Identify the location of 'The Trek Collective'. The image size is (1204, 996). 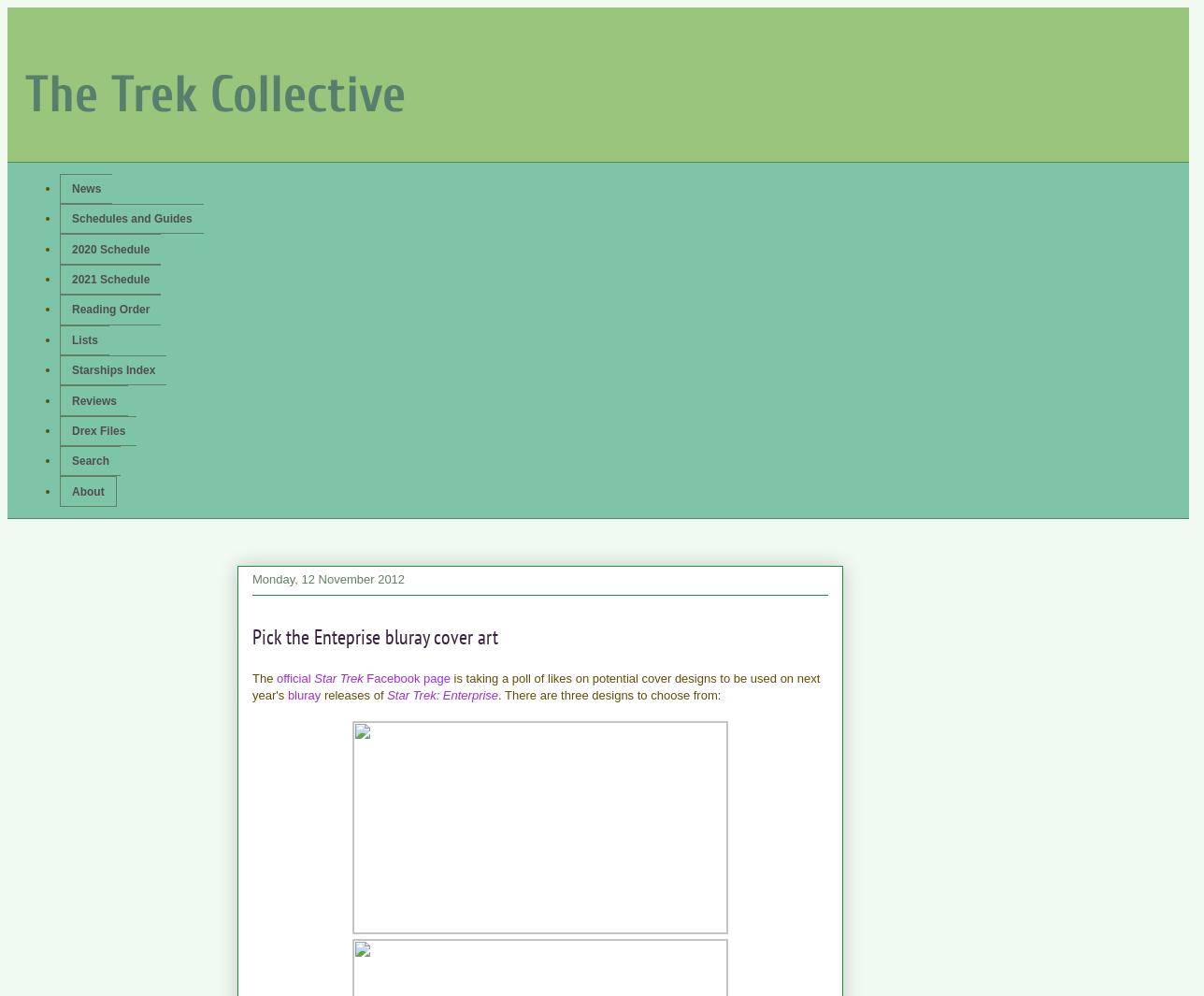
(215, 93).